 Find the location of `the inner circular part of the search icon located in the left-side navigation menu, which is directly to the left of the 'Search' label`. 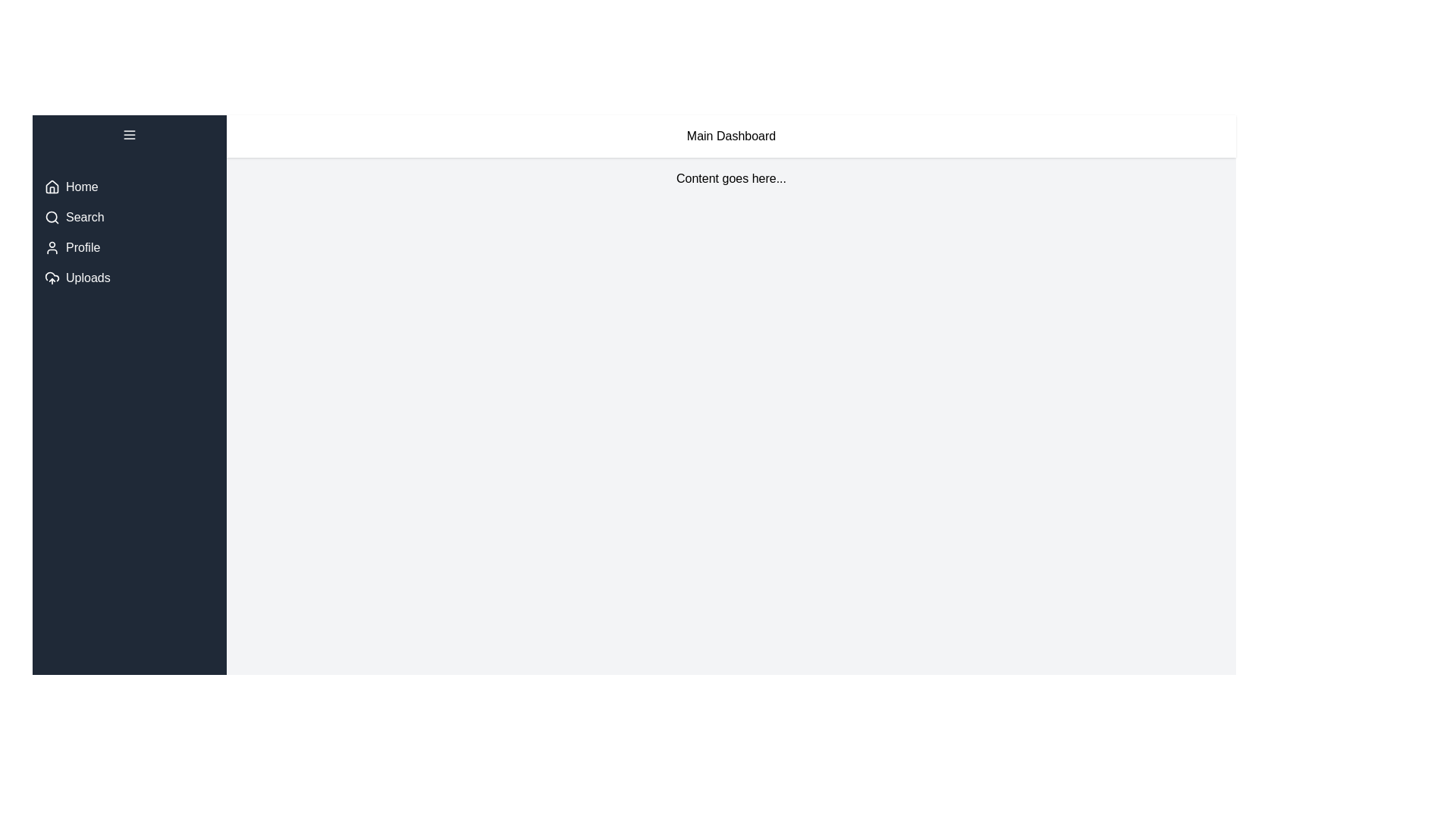

the inner circular part of the search icon located in the left-side navigation menu, which is directly to the left of the 'Search' label is located at coordinates (52, 217).